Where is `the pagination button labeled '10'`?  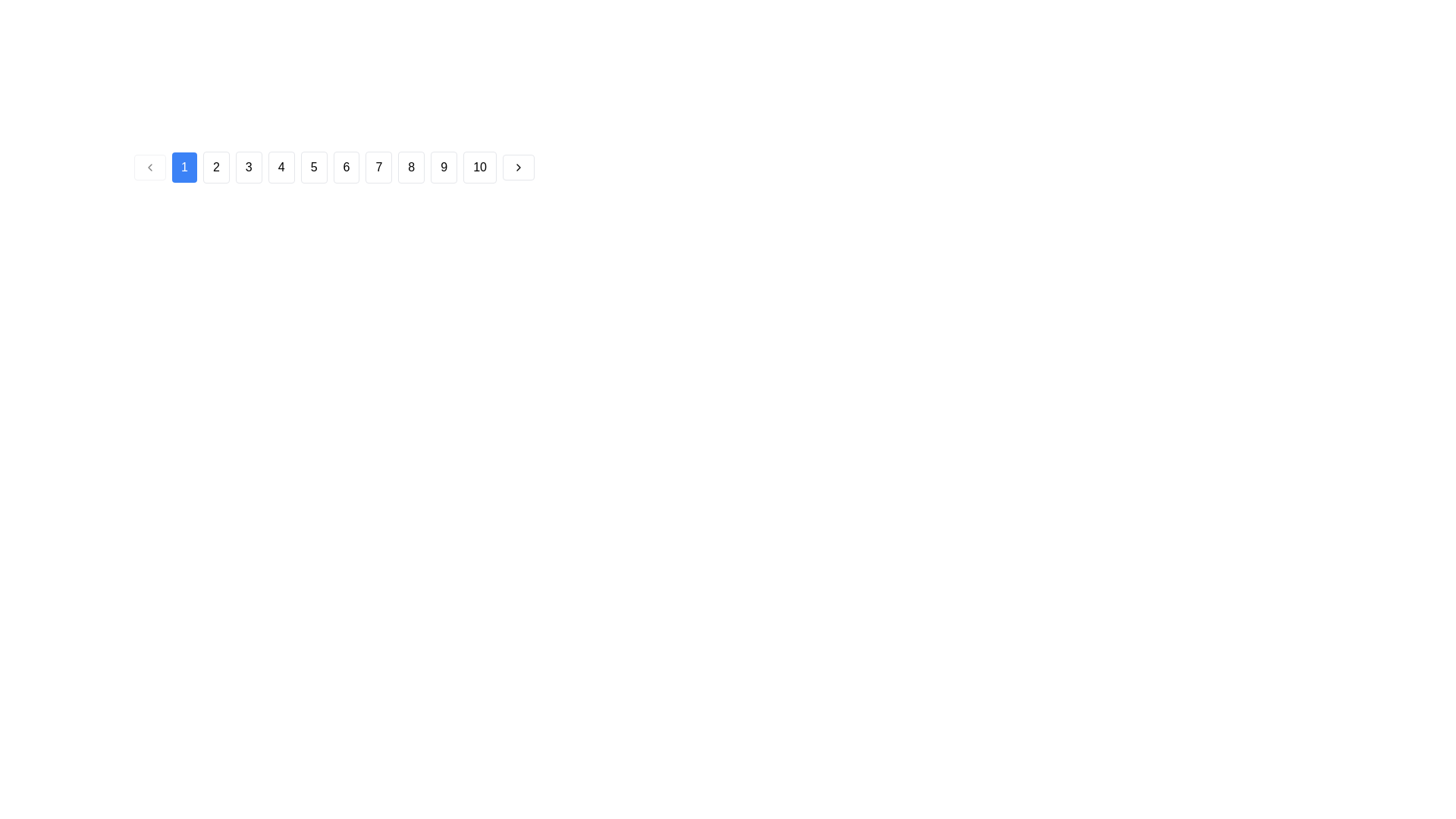 the pagination button labeled '10' is located at coordinates (479, 167).